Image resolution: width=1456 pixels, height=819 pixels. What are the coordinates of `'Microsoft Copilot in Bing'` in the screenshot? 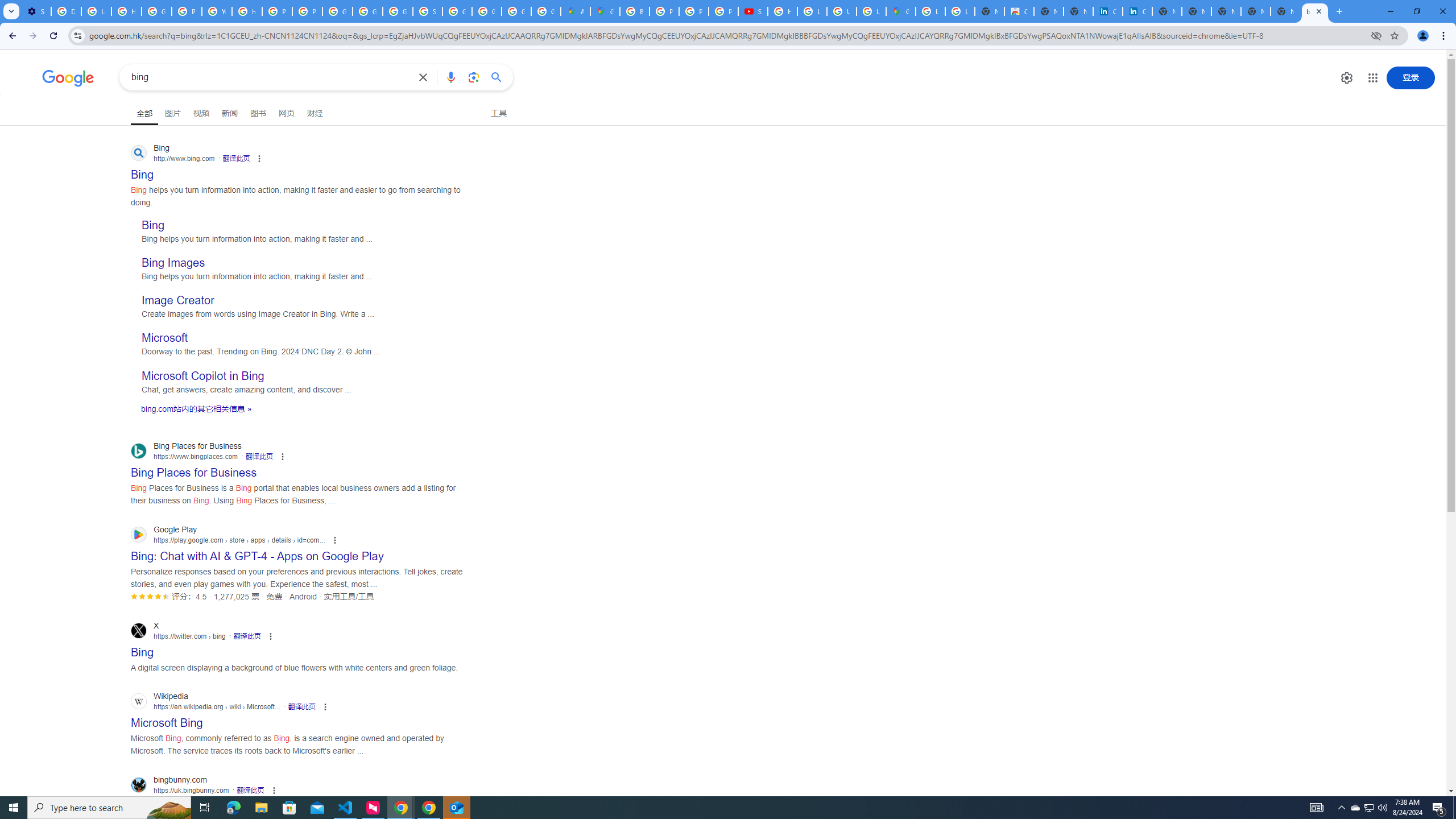 It's located at (202, 375).